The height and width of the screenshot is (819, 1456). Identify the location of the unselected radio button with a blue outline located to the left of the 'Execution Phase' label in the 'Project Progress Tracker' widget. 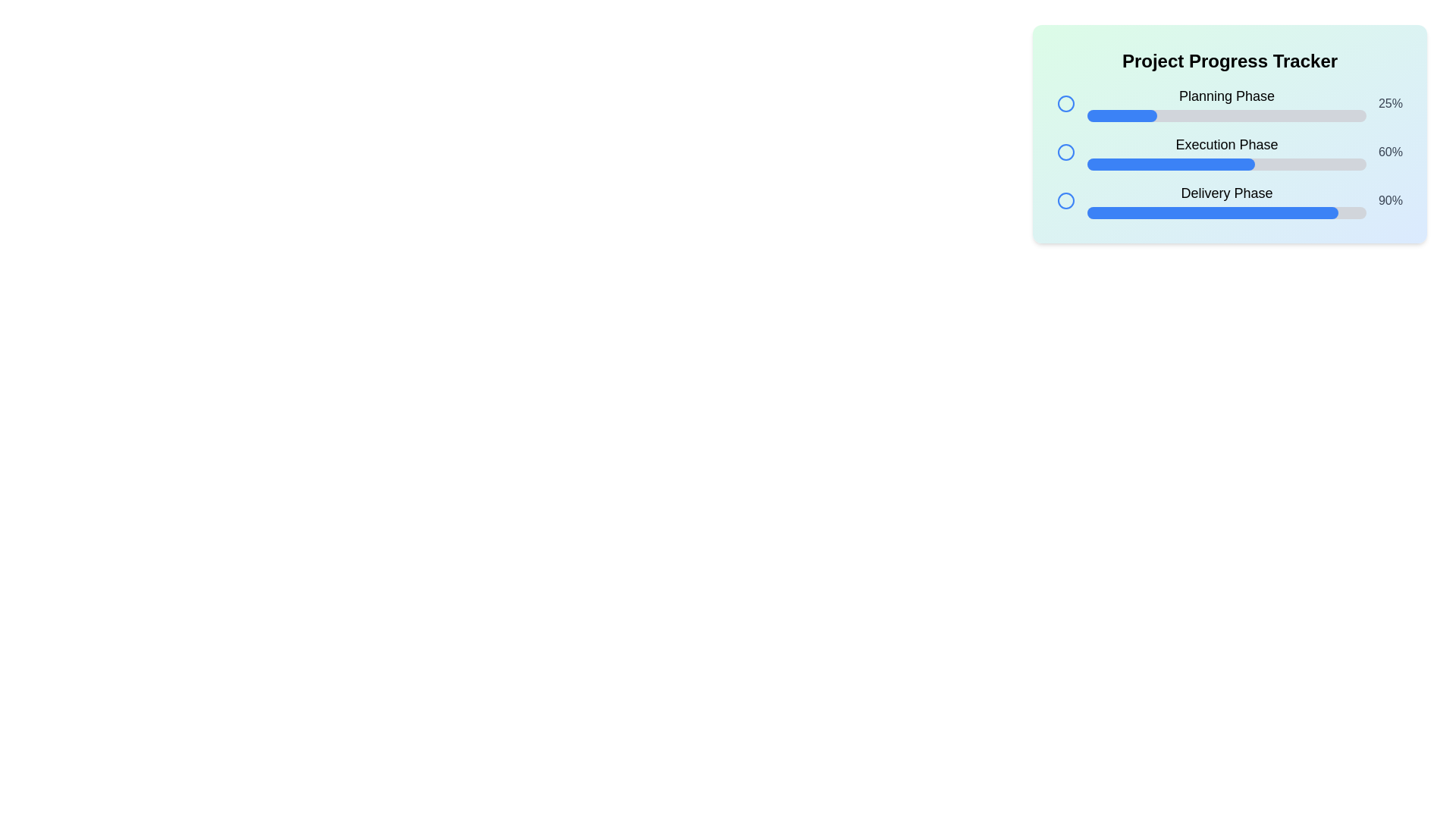
(1065, 152).